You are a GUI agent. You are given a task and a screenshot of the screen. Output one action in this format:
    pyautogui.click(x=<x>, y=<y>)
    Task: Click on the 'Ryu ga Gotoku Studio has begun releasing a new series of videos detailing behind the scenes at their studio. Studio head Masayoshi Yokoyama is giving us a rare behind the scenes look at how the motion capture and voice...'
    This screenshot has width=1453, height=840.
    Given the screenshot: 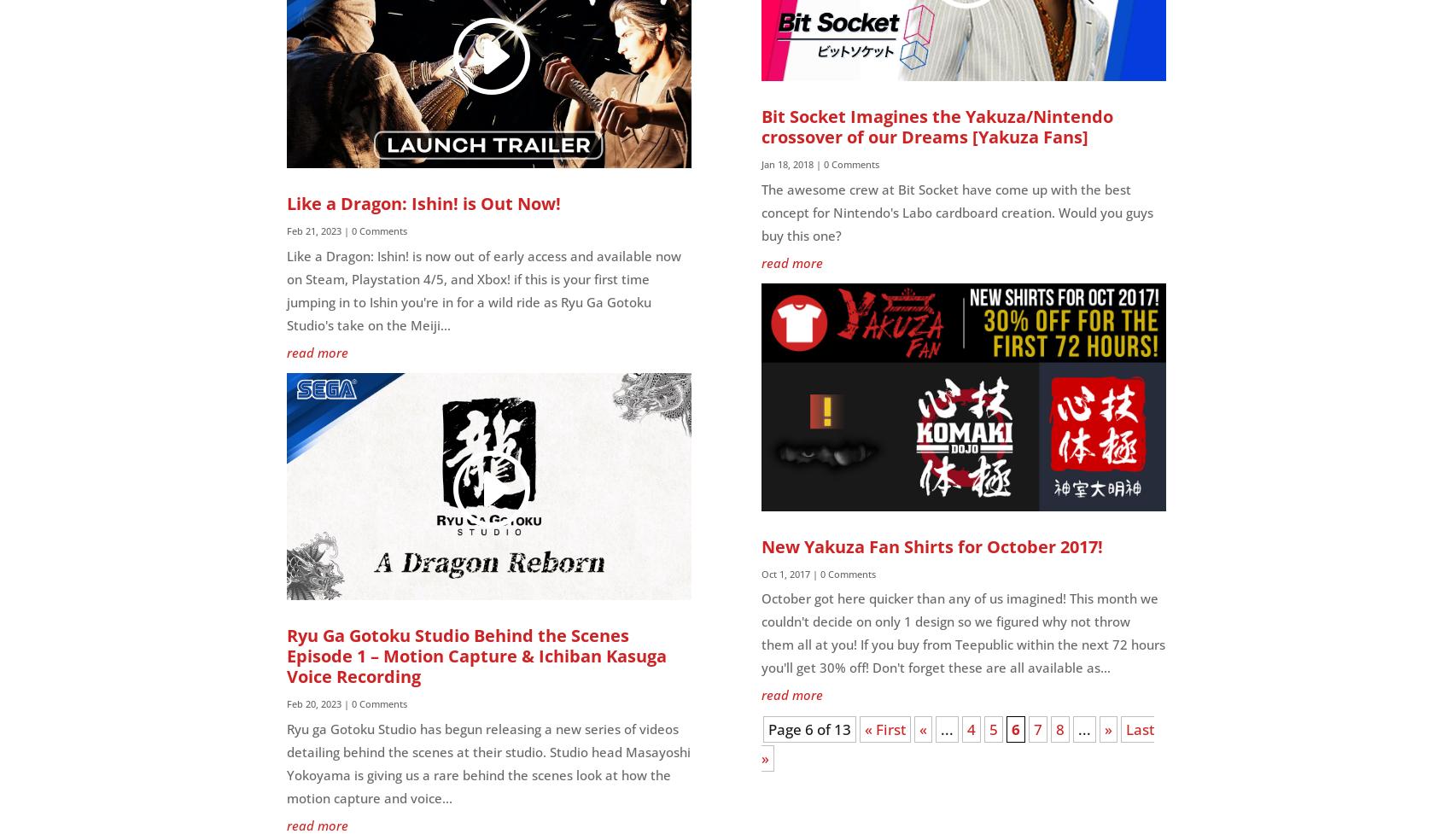 What is the action you would take?
    pyautogui.click(x=488, y=763)
    